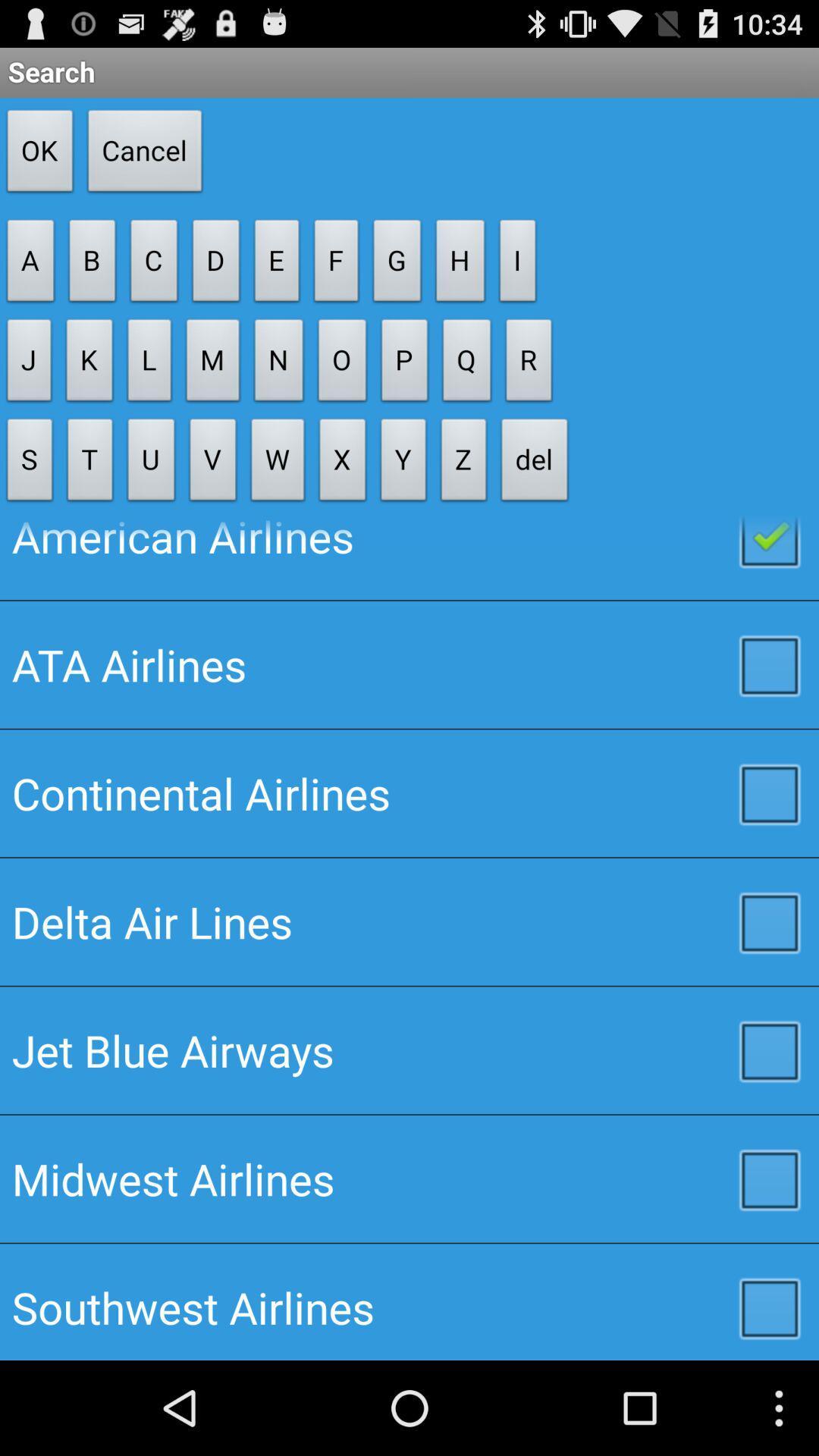 This screenshot has width=819, height=1456. What do you see at coordinates (409, 792) in the screenshot?
I see `continental airlines item` at bounding box center [409, 792].